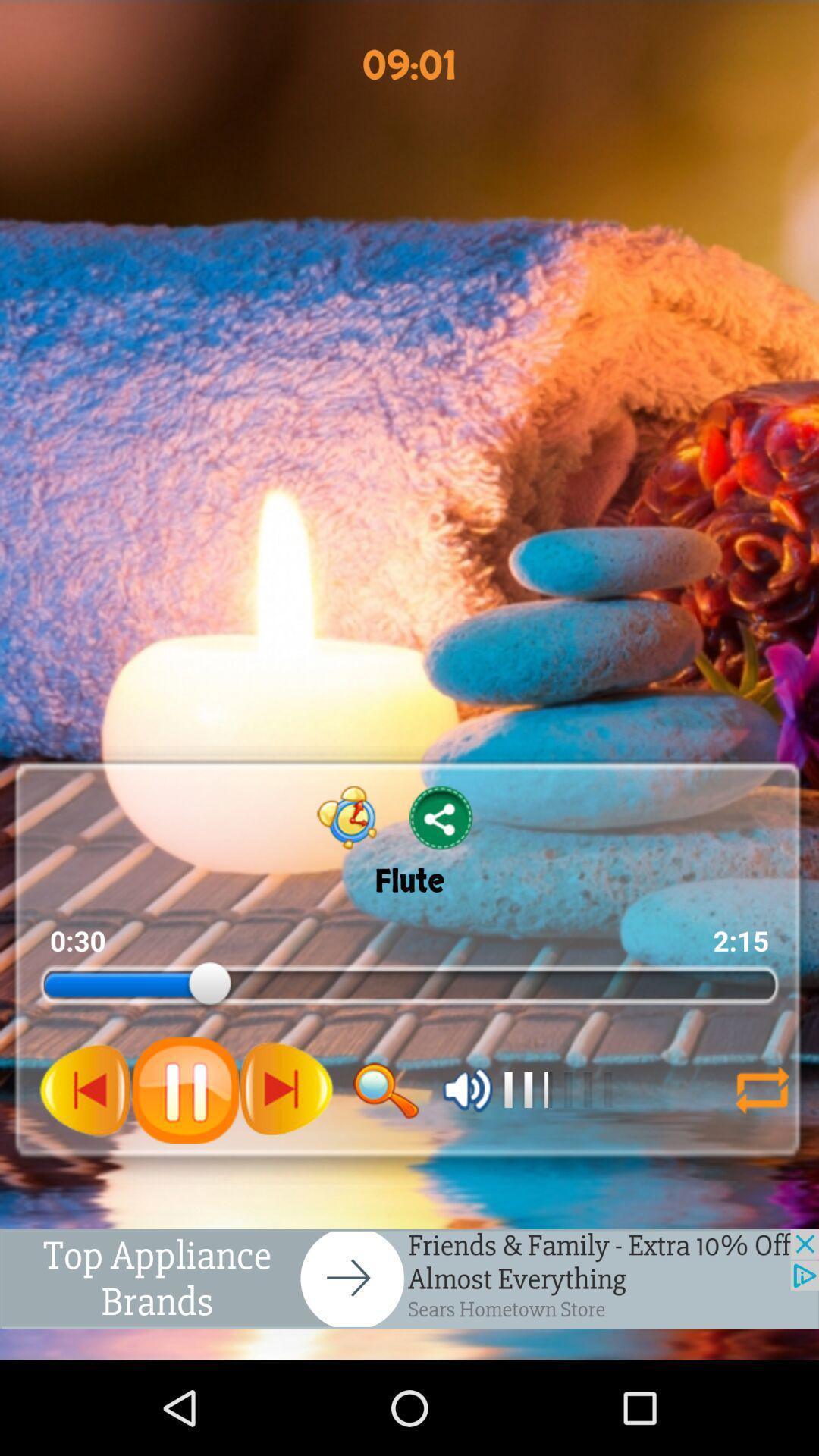 This screenshot has height=1456, width=819. I want to click on shuffle, so click(762, 1089).